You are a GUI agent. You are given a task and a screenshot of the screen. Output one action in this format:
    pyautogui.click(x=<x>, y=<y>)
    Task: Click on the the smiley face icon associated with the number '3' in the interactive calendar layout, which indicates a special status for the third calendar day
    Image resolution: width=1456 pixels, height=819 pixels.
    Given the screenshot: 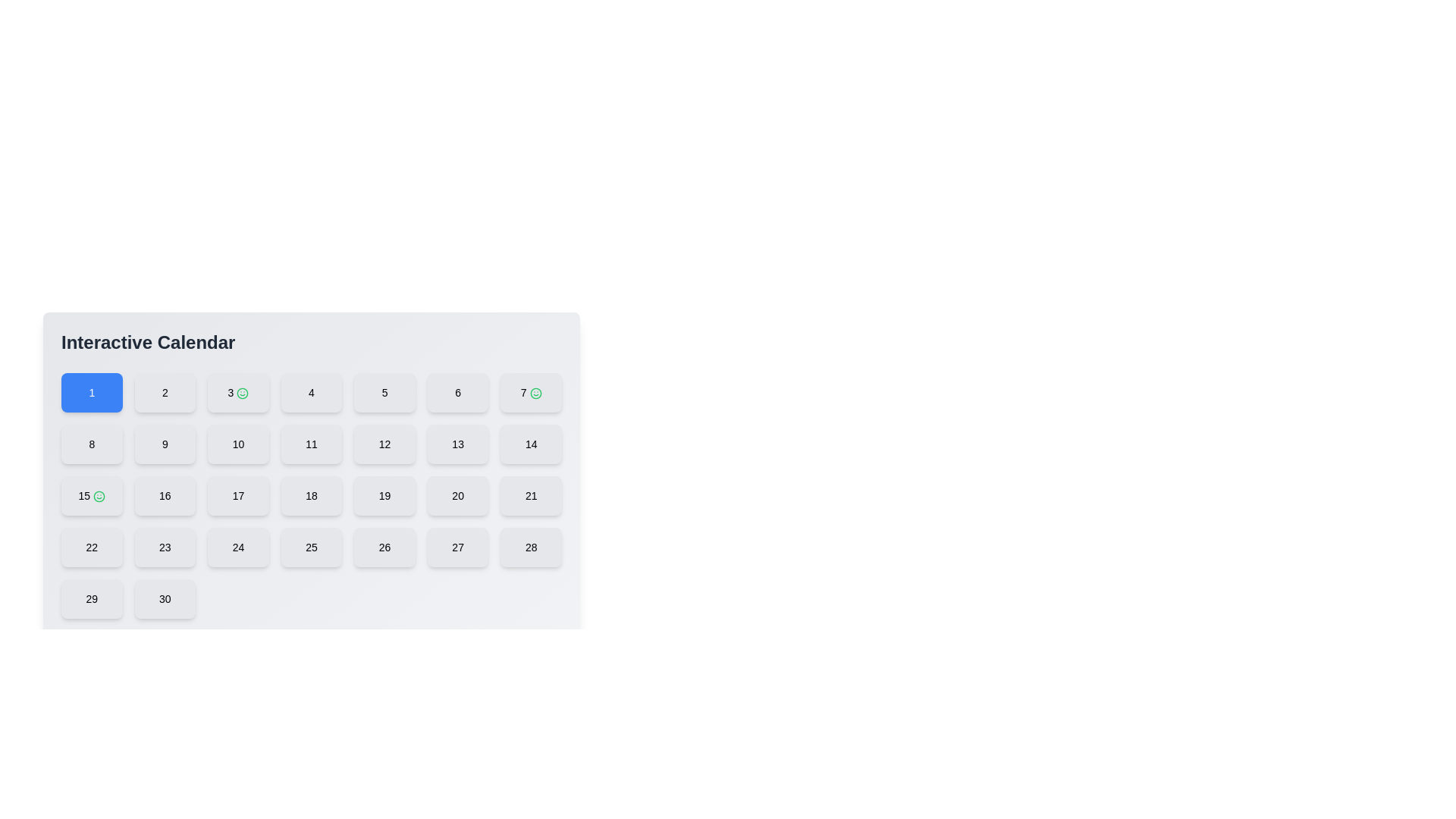 What is the action you would take?
    pyautogui.click(x=243, y=393)
    